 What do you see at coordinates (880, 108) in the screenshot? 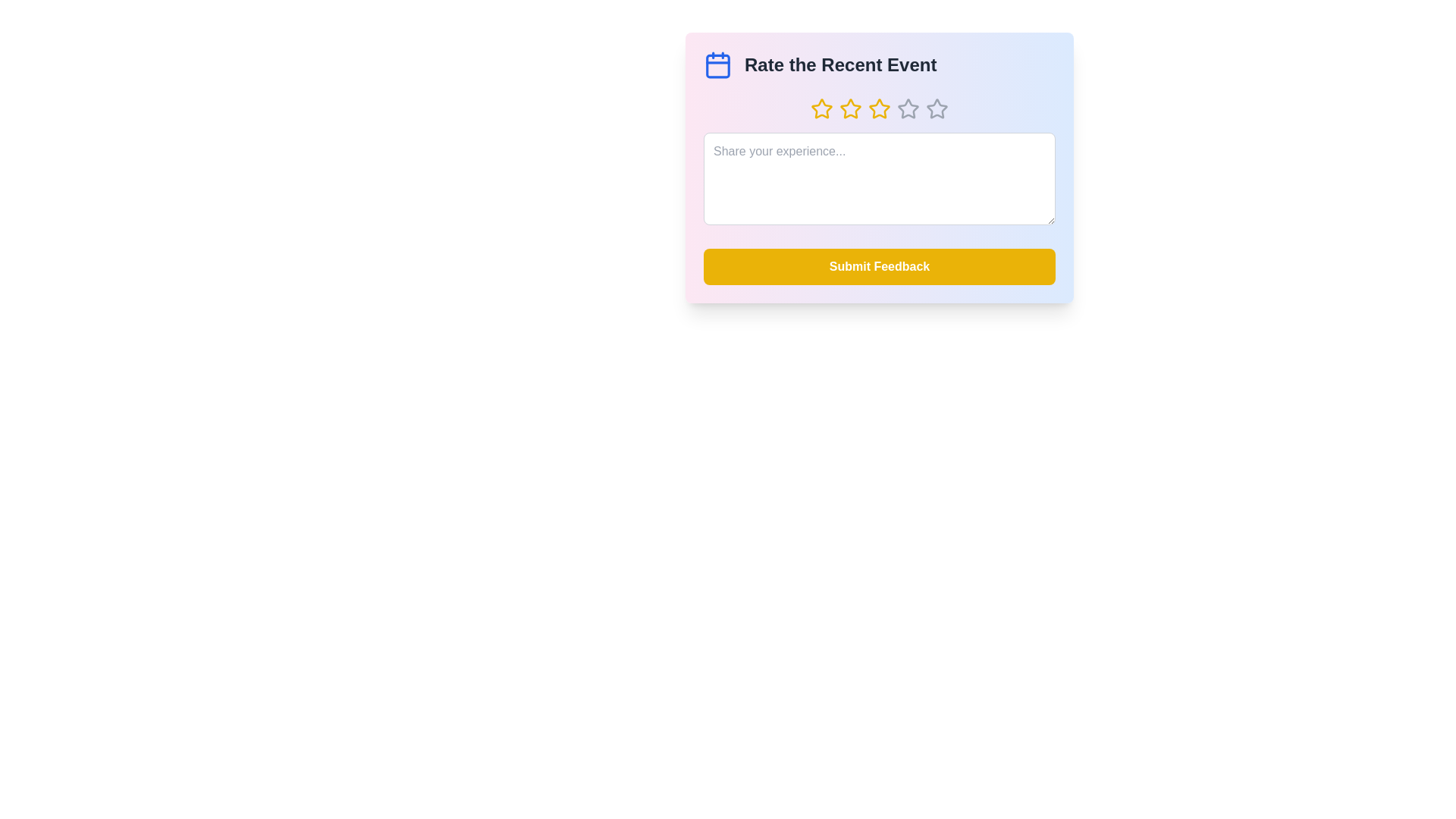
I see `the star corresponding to the desired rating of 3` at bounding box center [880, 108].